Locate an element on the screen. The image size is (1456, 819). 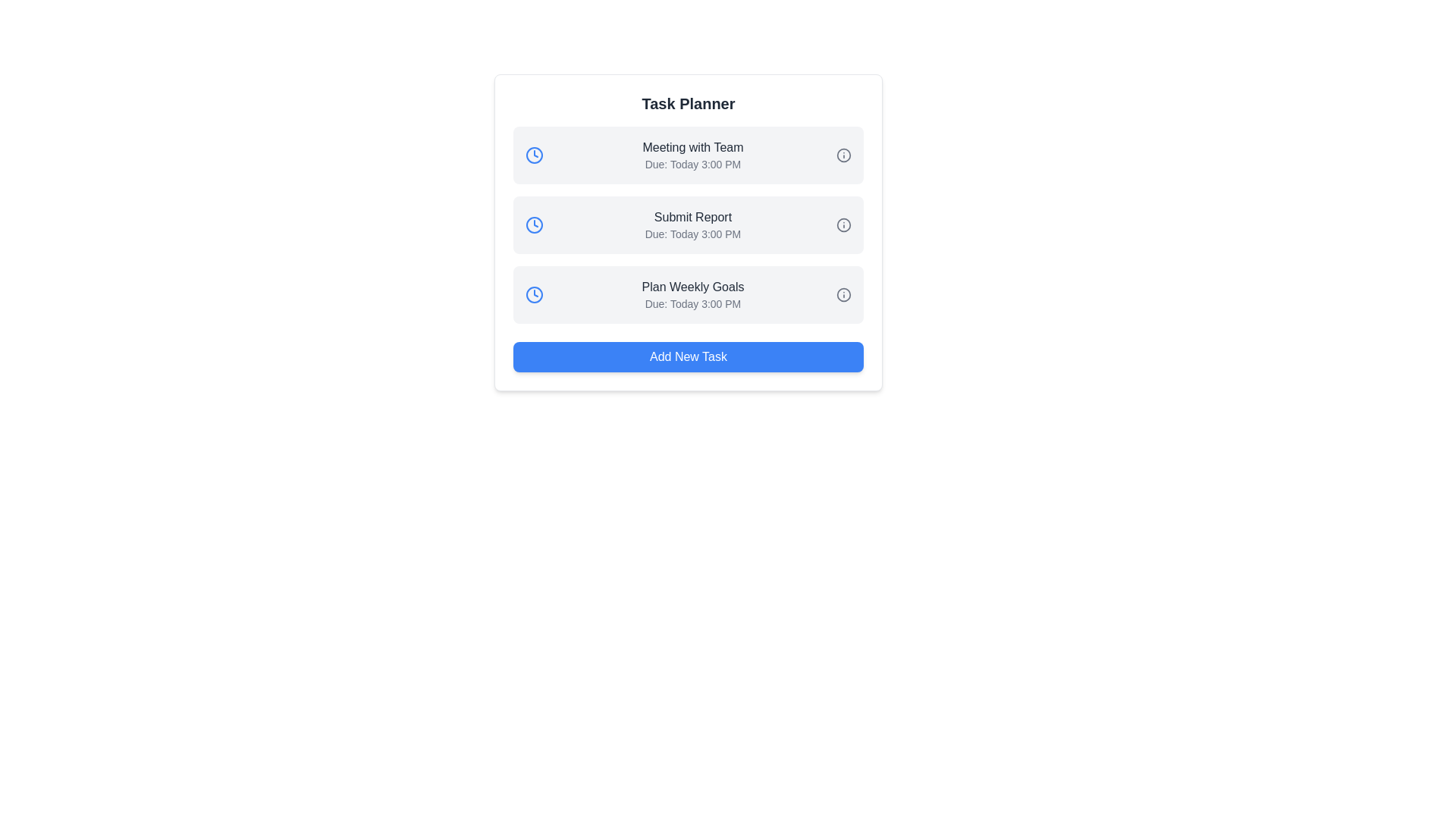
the text block that reads 'Submit Report' with a due date of 'Due: Today 3:00 PM', located within the second task of the vertically-stacked list in the Task Planner is located at coordinates (692, 225).